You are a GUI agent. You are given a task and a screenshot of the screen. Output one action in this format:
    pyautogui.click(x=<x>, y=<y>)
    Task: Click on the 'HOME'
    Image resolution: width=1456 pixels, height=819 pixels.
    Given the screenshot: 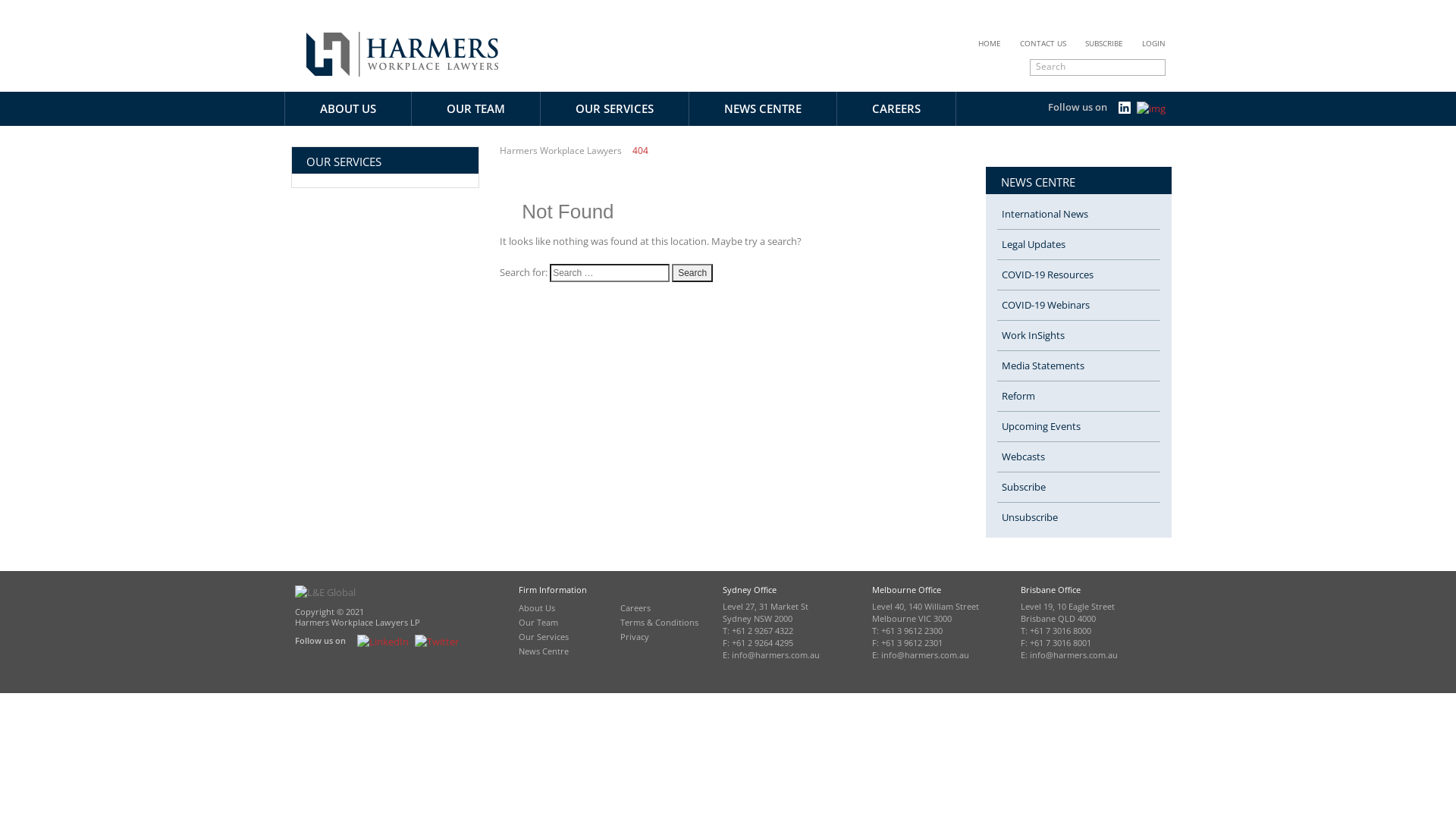 What is the action you would take?
    pyautogui.click(x=978, y=42)
    